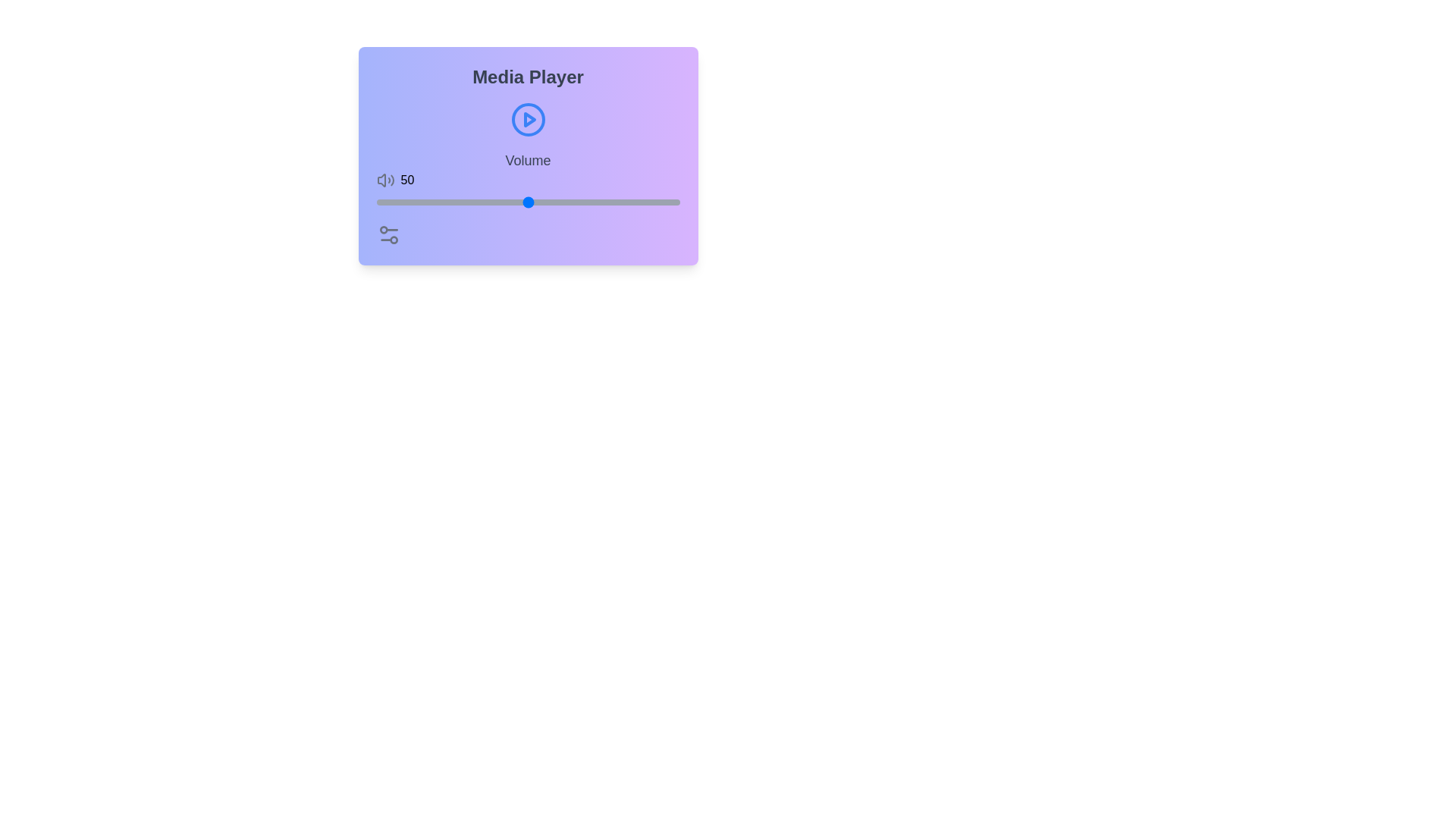  Describe the element at coordinates (466, 201) in the screenshot. I see `the volume level` at that location.